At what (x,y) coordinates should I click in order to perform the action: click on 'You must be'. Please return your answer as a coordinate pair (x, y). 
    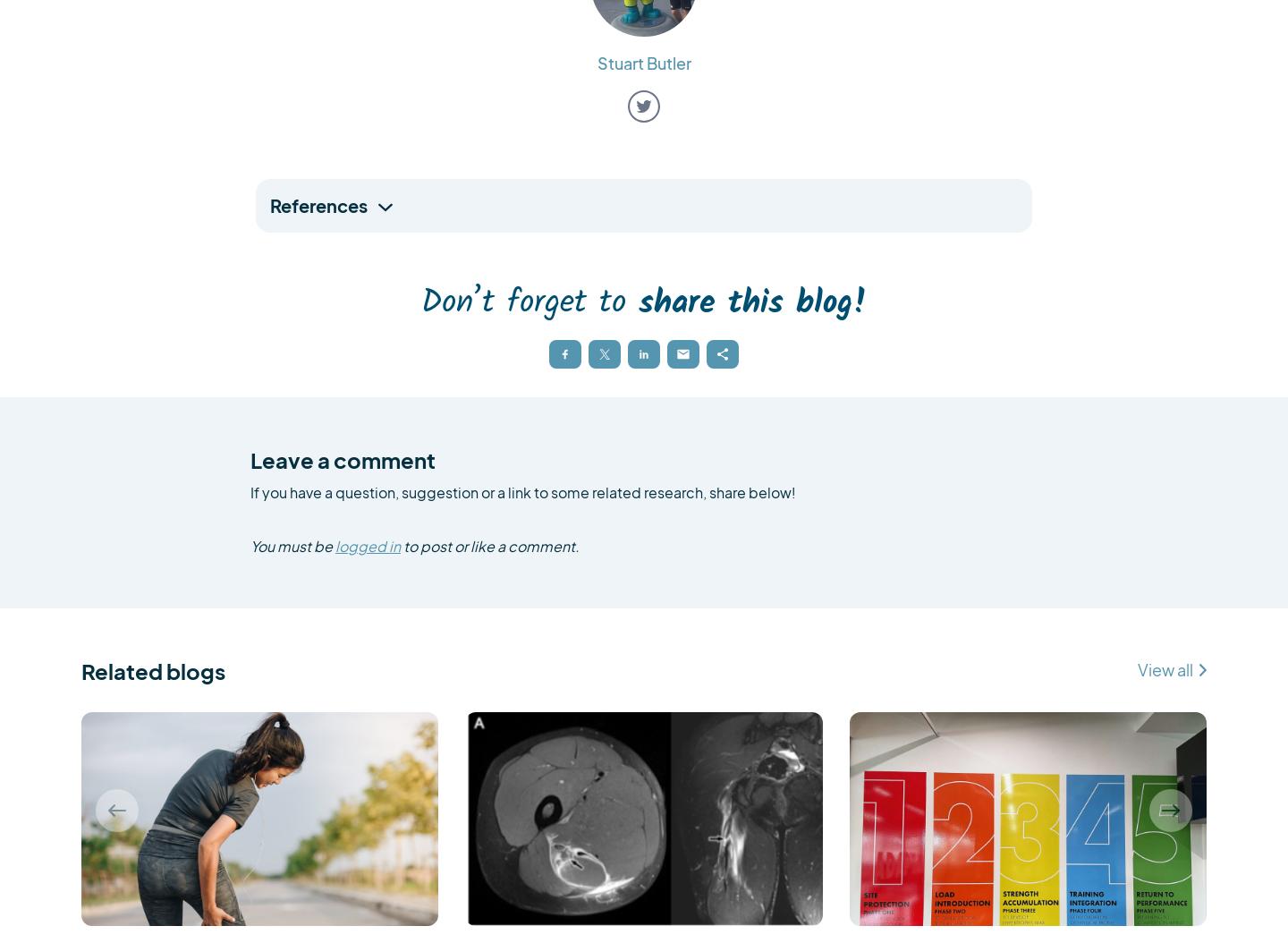
    Looking at the image, I should click on (292, 545).